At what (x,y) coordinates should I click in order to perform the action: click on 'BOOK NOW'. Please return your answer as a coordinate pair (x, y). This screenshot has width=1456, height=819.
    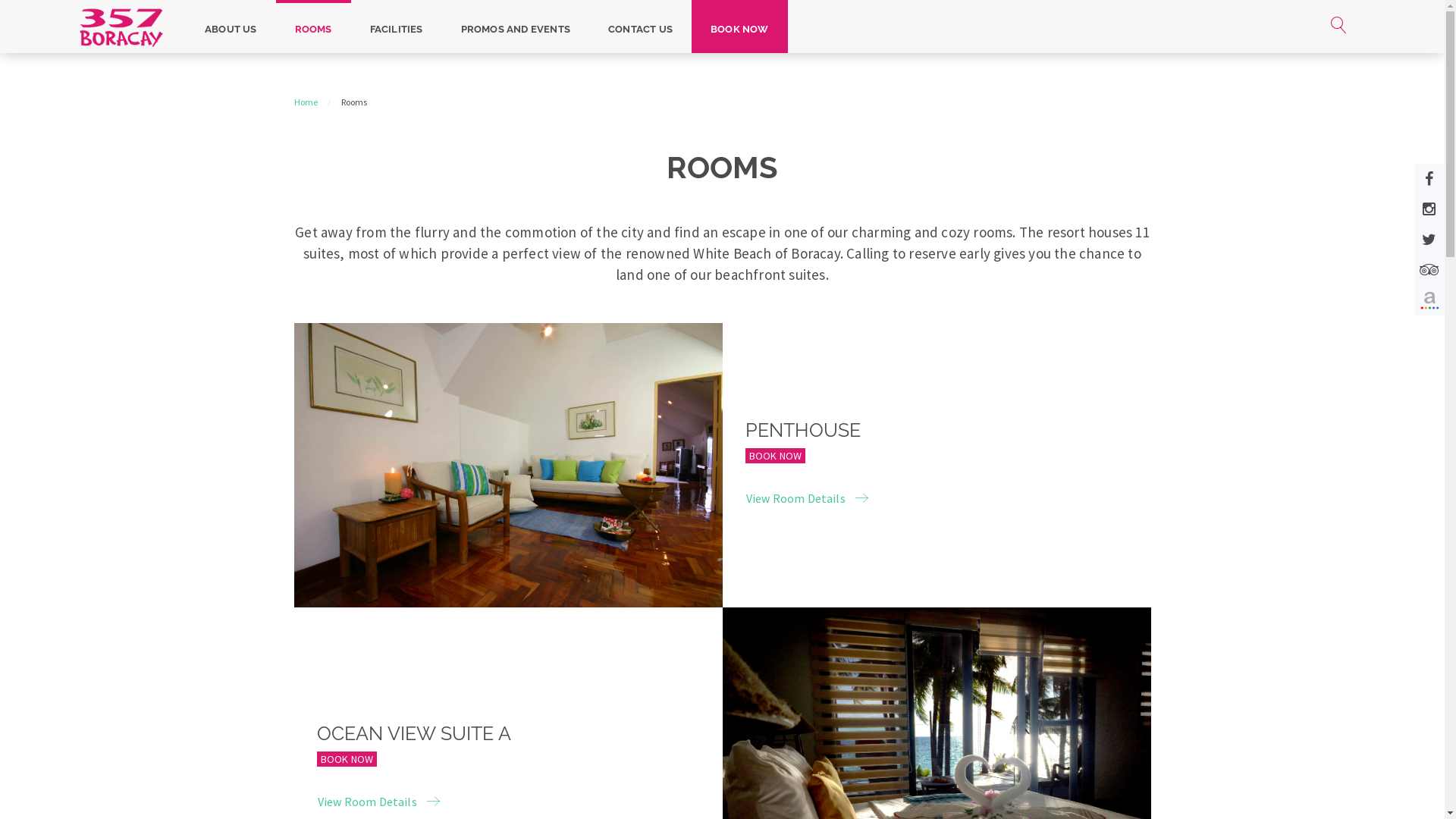
    Looking at the image, I should click on (739, 26).